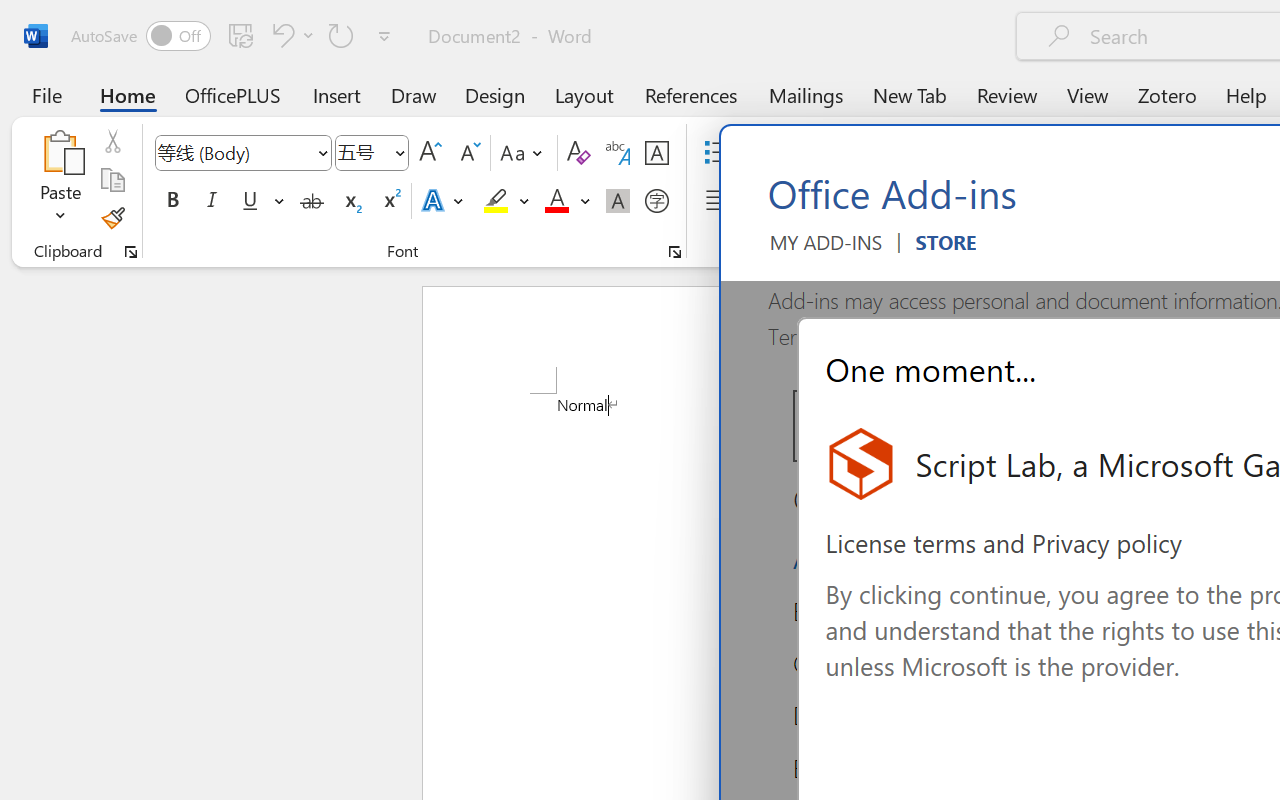 This screenshot has height=800, width=1280. Describe the element at coordinates (1007, 94) in the screenshot. I see `'Review'` at that location.